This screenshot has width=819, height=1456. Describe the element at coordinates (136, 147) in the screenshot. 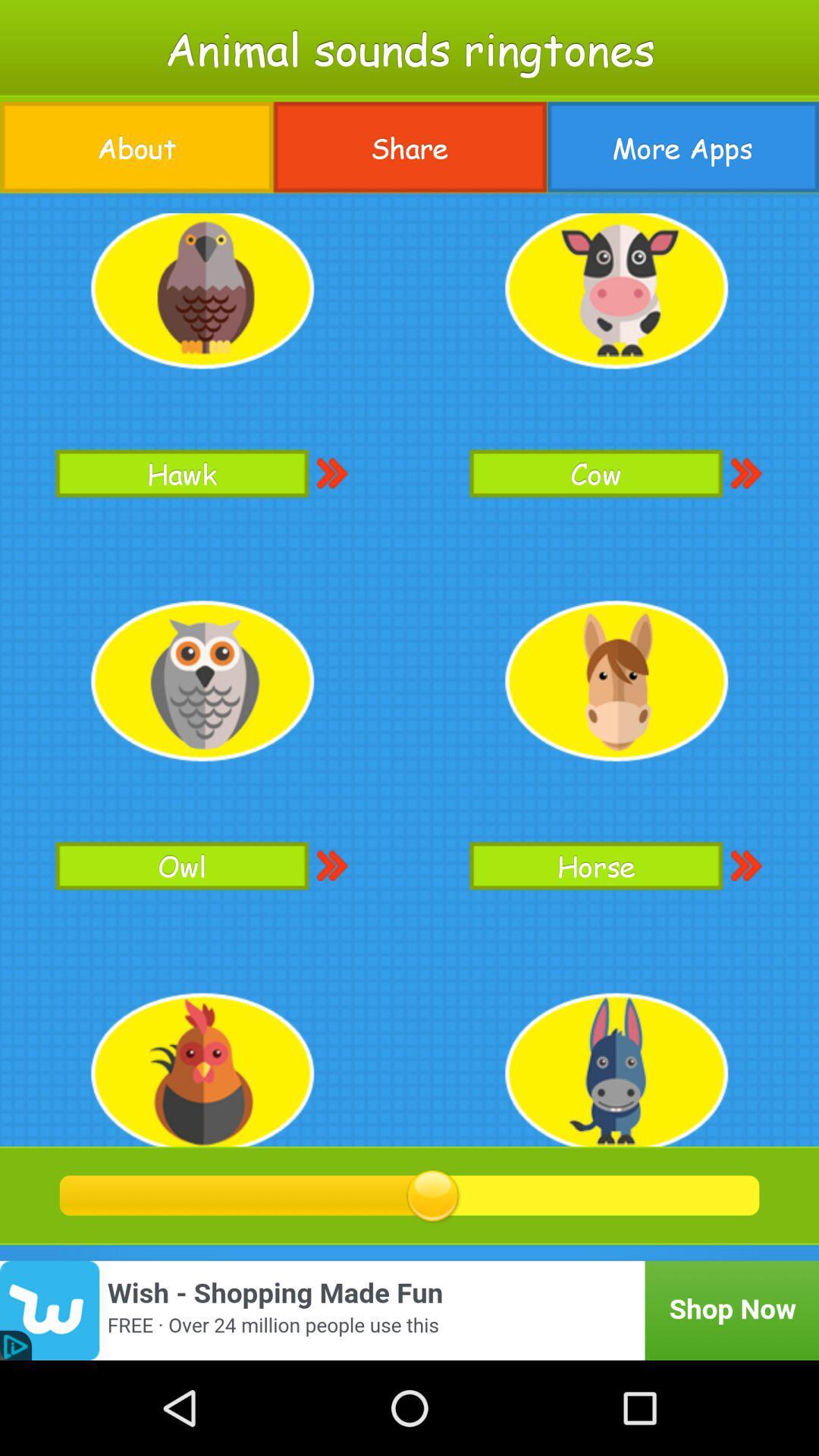

I see `the about button` at that location.